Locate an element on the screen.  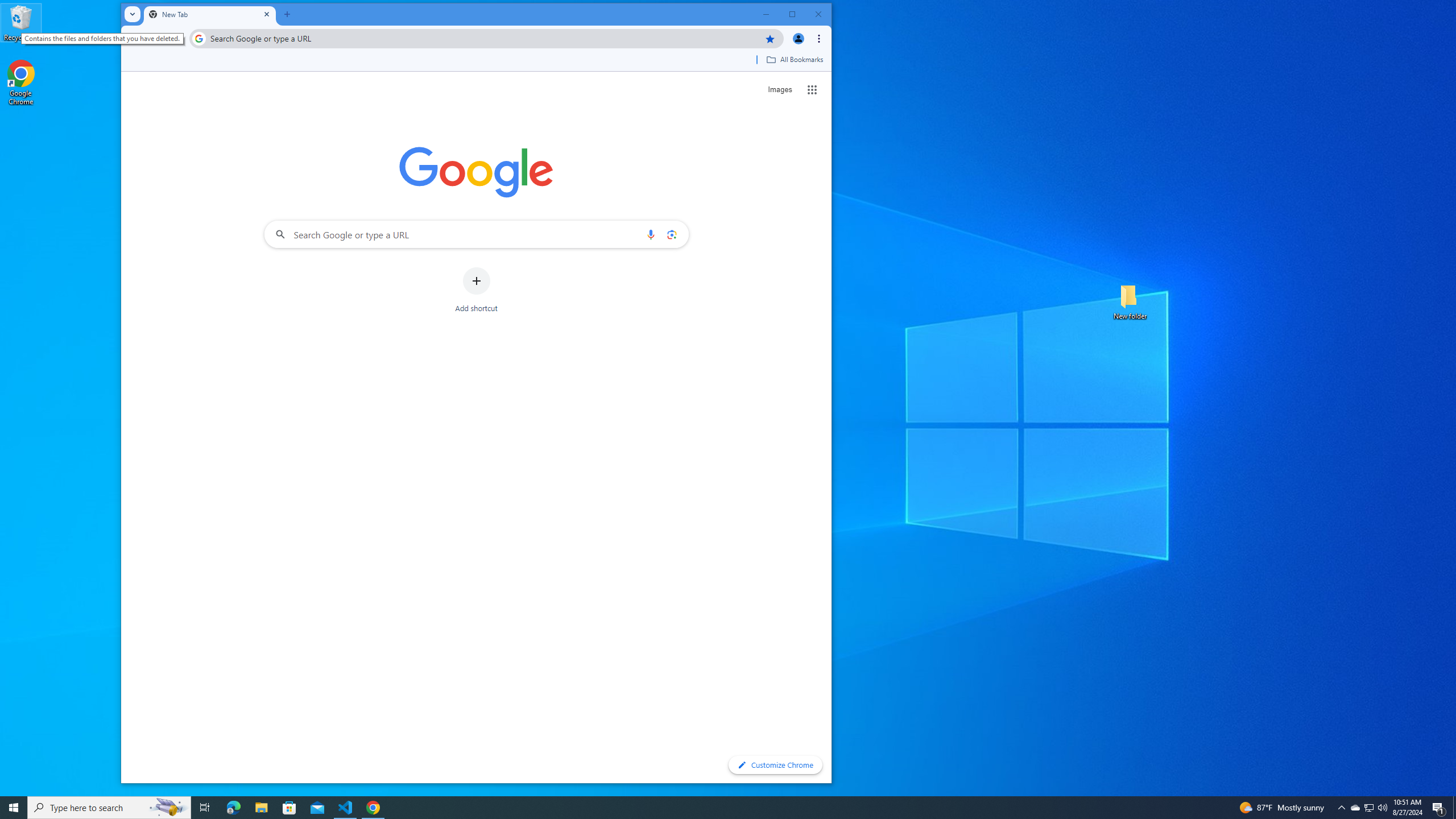
'Recycle Bin' is located at coordinates (20, 22).